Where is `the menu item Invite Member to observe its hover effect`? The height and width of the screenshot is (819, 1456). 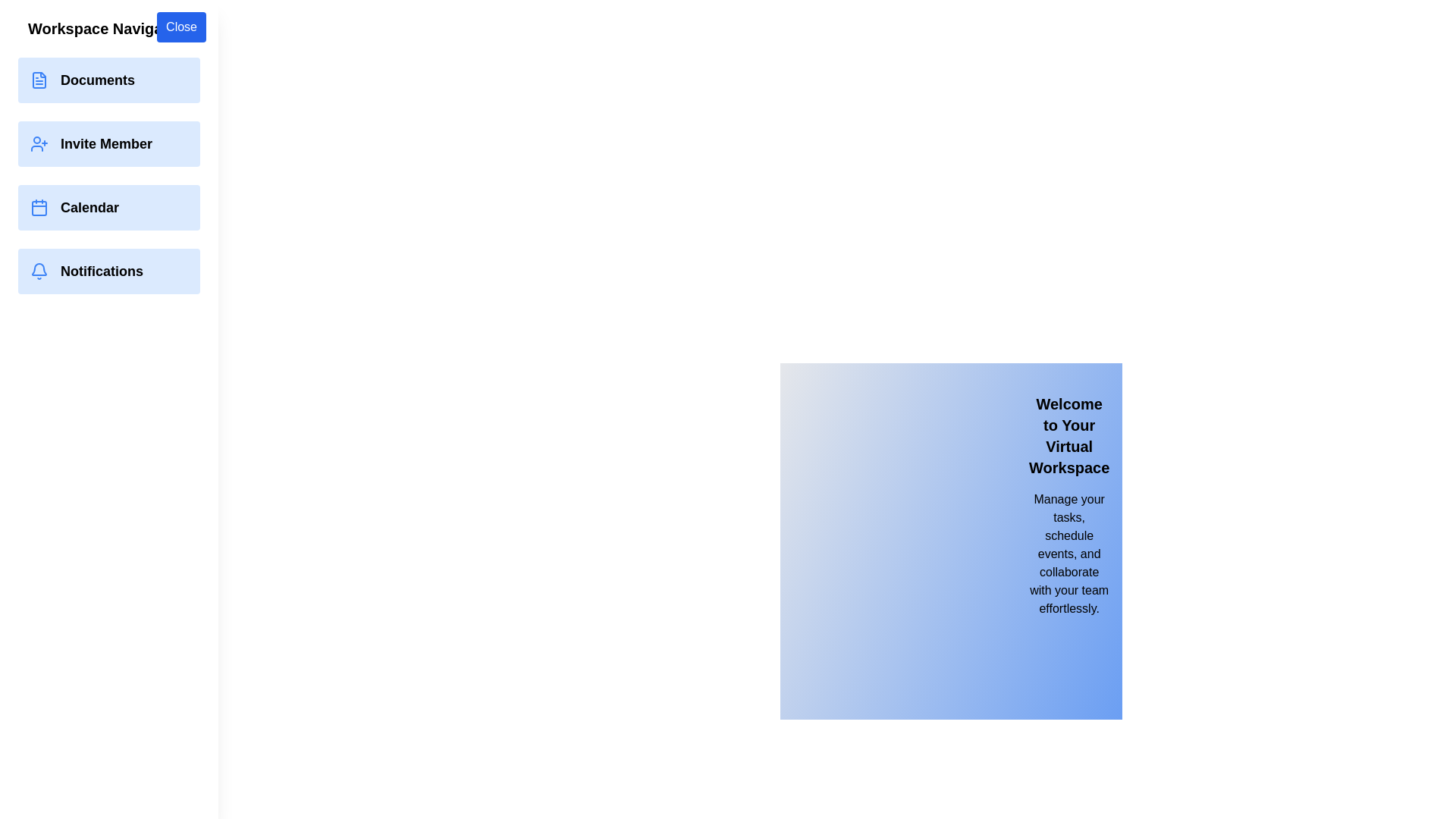 the menu item Invite Member to observe its hover effect is located at coordinates (108, 143).